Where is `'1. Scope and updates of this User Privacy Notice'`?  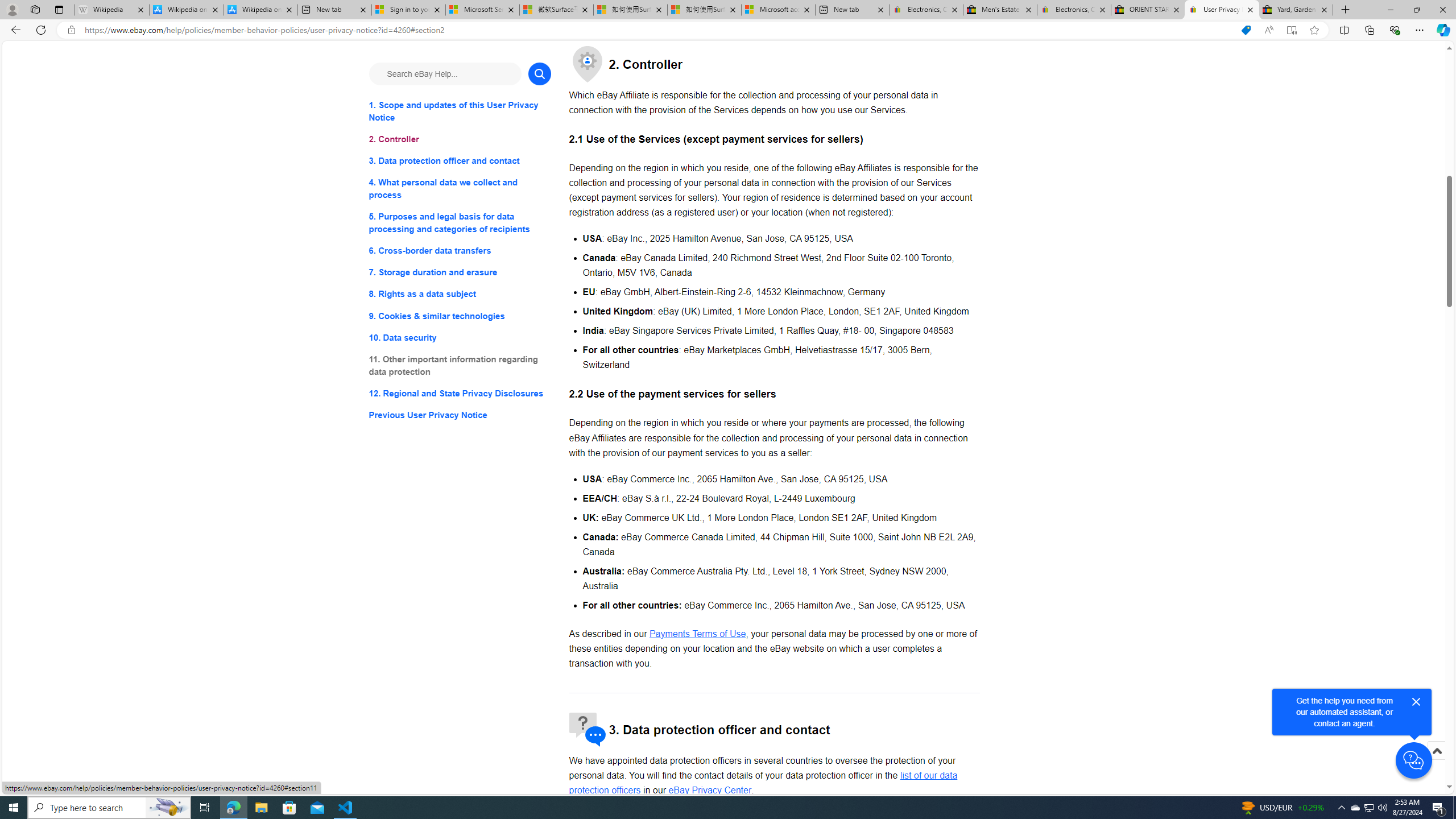
'1. Scope and updates of this User Privacy Notice' is located at coordinates (459, 111).